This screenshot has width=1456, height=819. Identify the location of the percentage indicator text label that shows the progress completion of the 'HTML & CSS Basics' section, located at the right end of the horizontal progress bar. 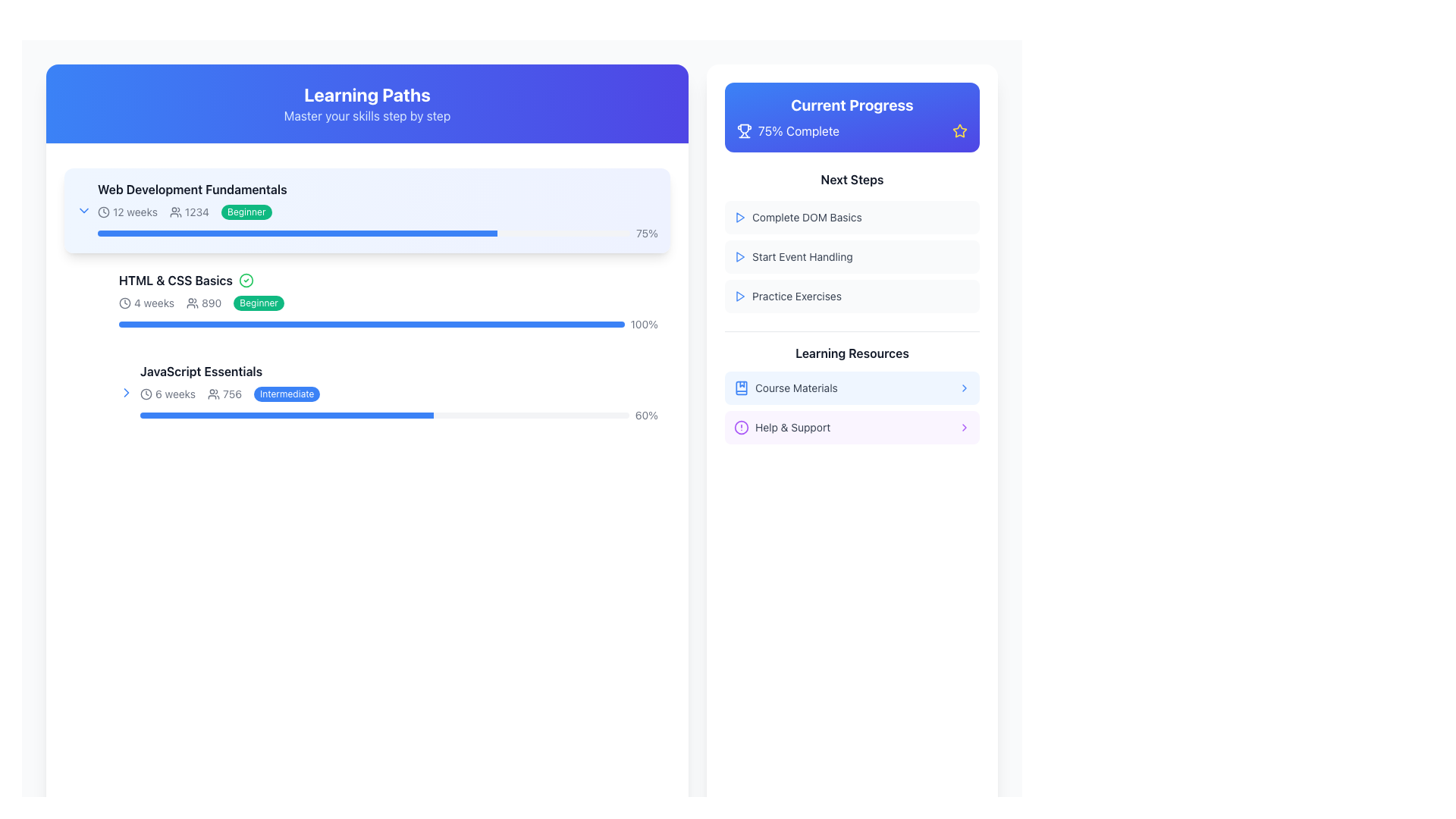
(644, 324).